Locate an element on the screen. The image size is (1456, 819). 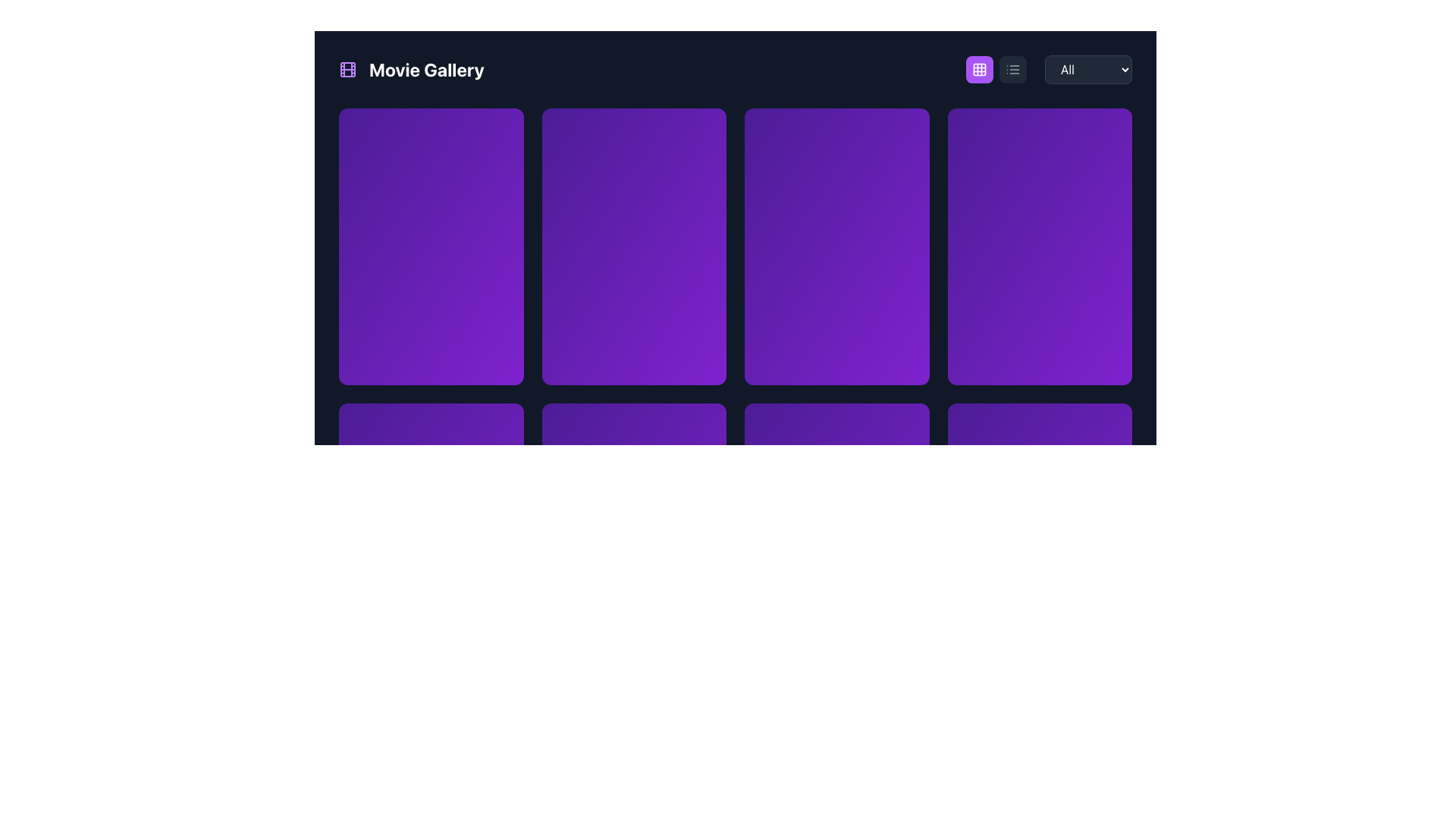
the Card element located in the top-left position of the Movie Gallery grid layout to interact with it is located at coordinates (430, 246).